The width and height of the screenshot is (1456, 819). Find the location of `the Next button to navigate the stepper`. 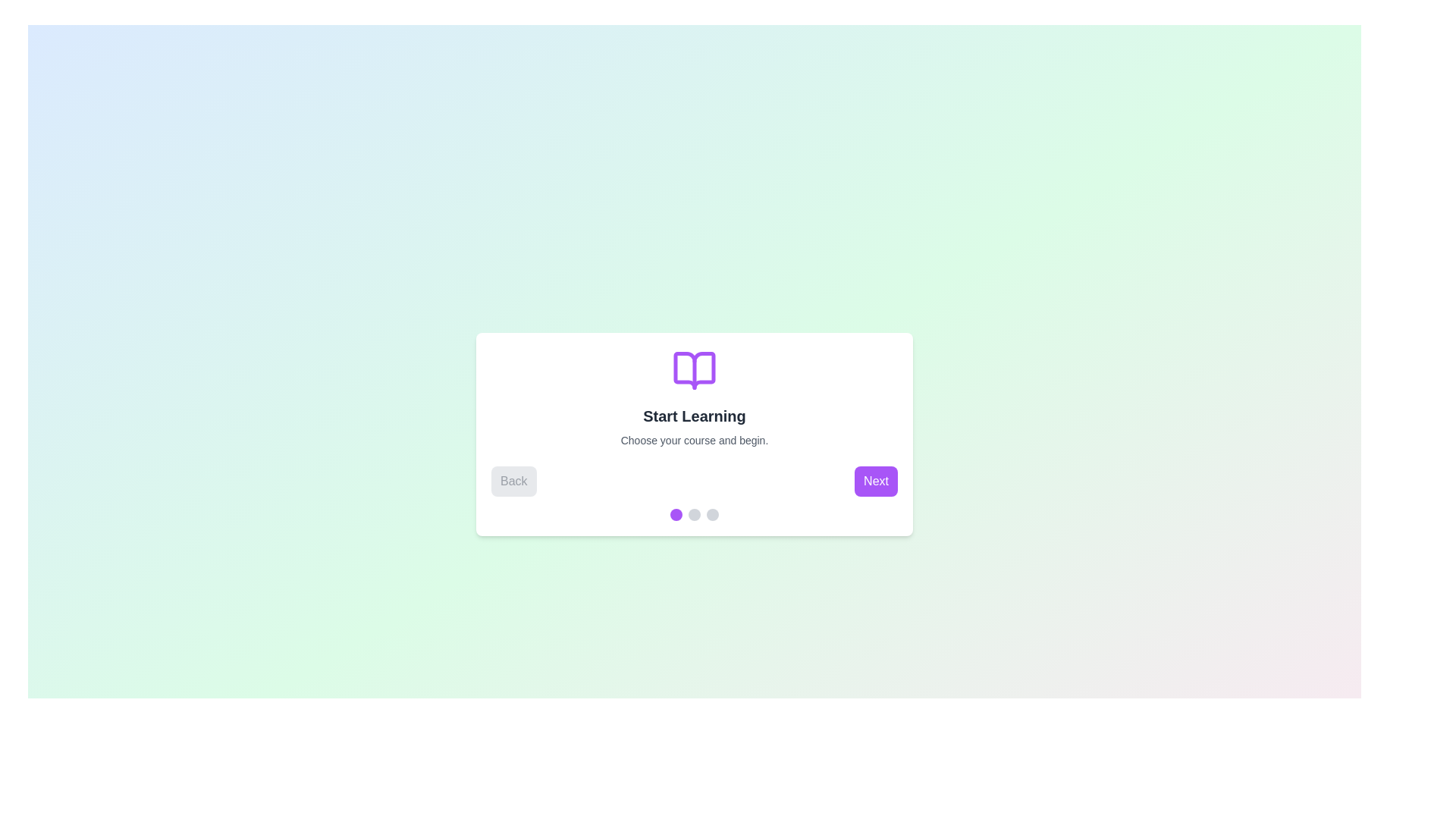

the Next button to navigate the stepper is located at coordinates (876, 482).